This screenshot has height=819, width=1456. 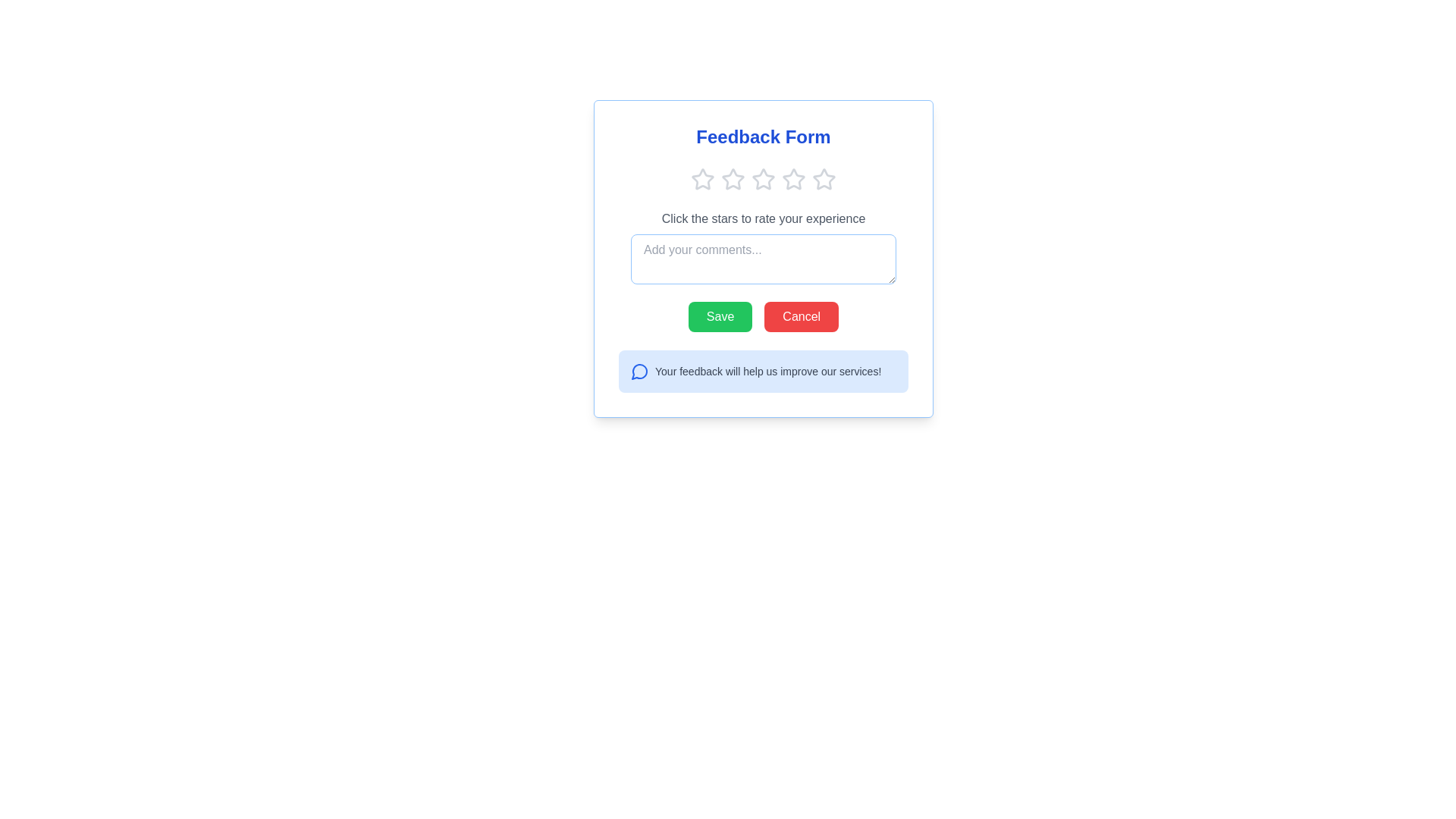 I want to click on the second star-shaped interactive rating icon, so click(x=764, y=178).